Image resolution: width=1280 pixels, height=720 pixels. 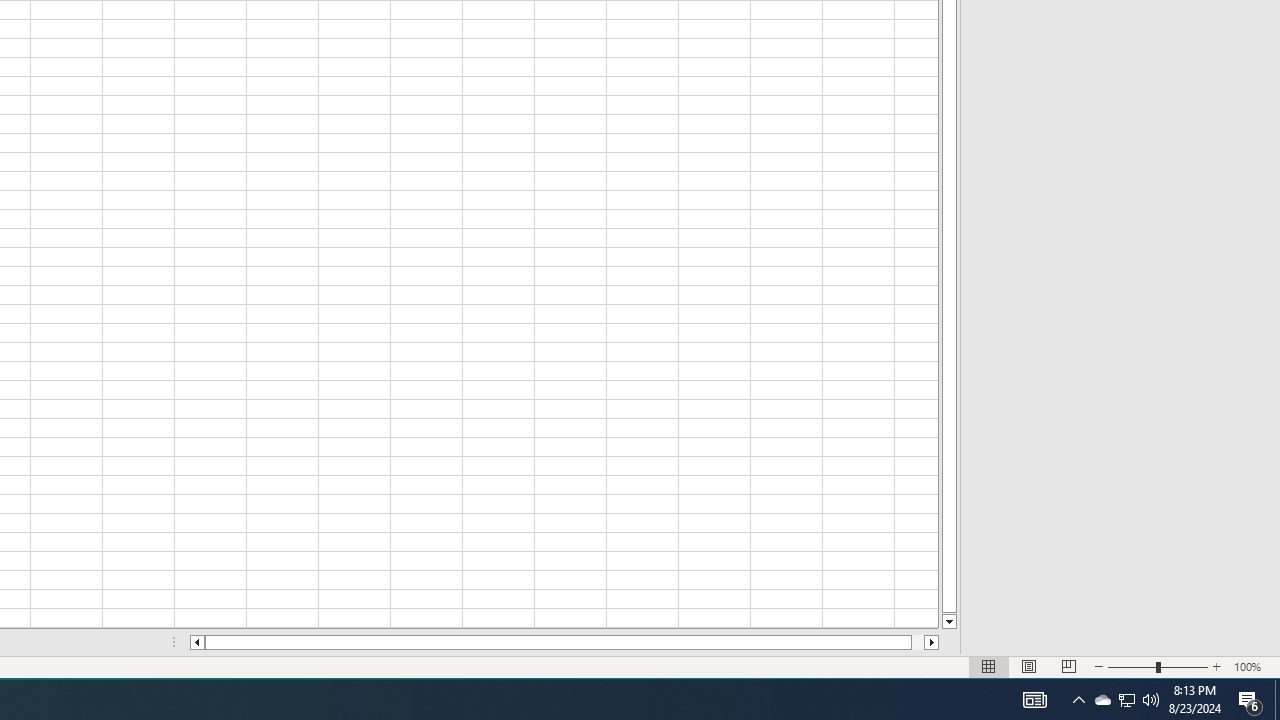 I want to click on 'User Promoted Notification Area', so click(x=1127, y=698).